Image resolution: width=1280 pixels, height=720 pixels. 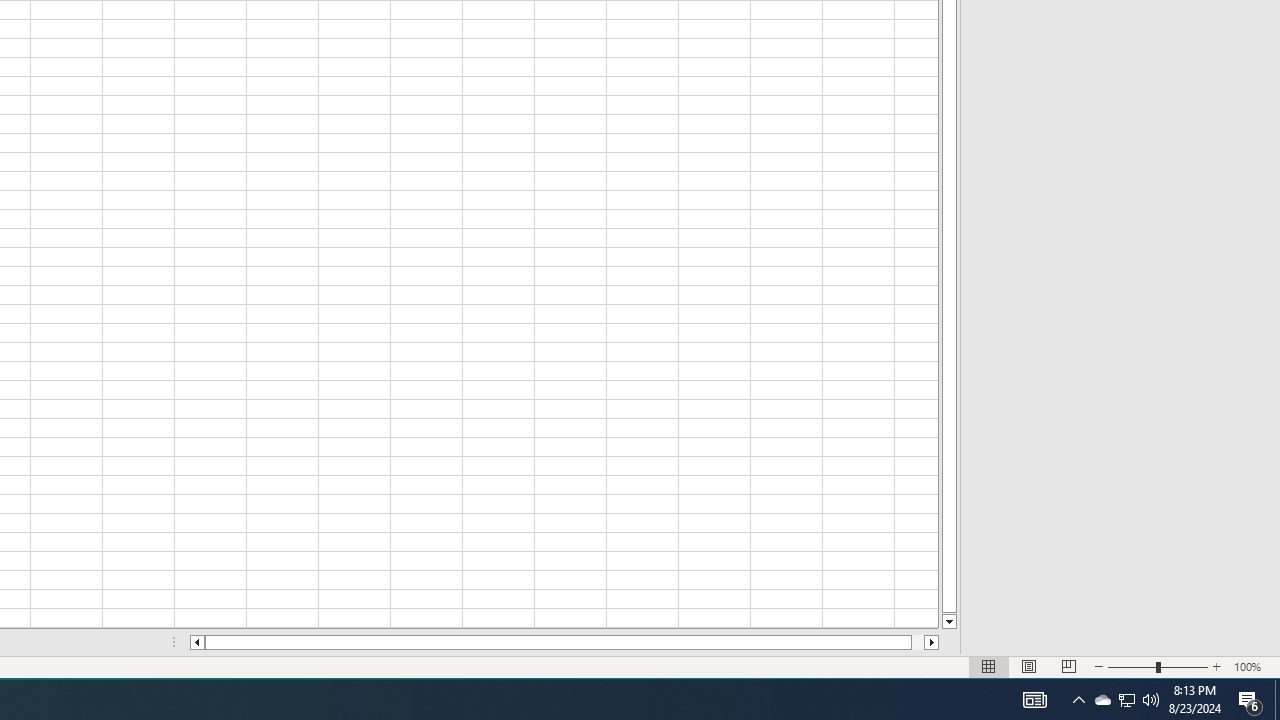 I want to click on 'User Promoted Notification Area', so click(x=1127, y=698).